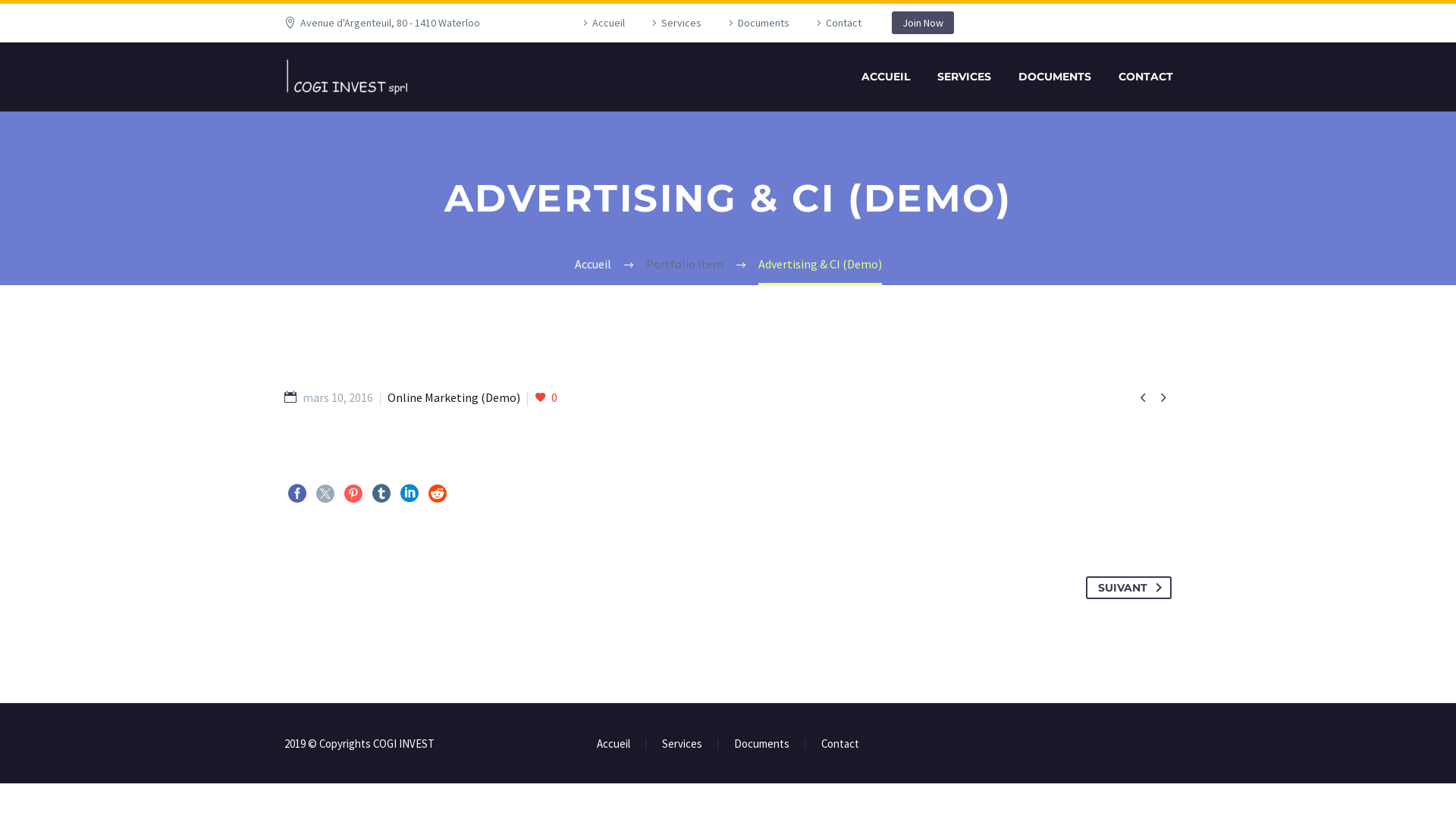  I want to click on 'Services', so click(673, 23).